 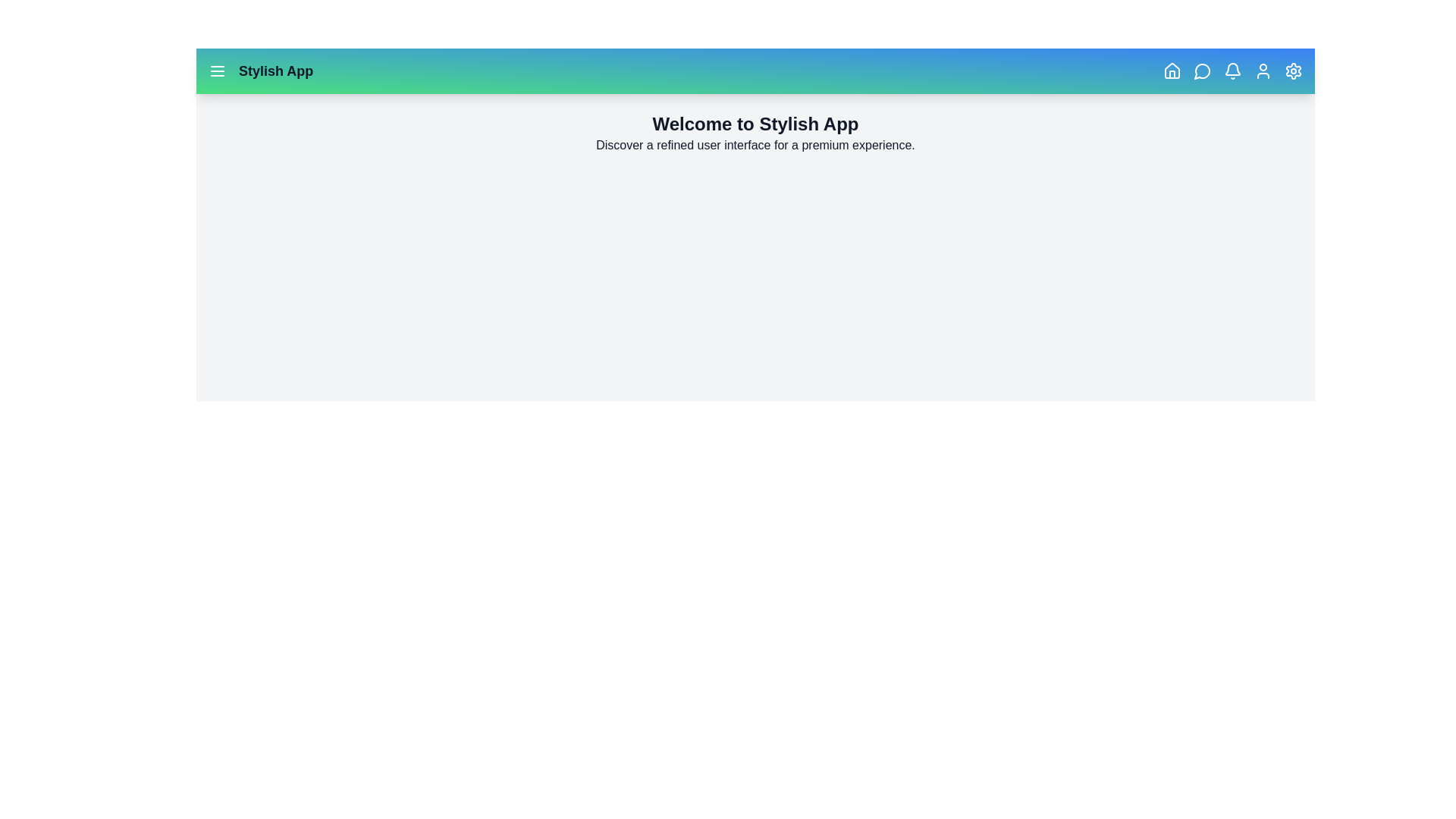 I want to click on the Home button to navigate to the Home section, so click(x=1171, y=71).